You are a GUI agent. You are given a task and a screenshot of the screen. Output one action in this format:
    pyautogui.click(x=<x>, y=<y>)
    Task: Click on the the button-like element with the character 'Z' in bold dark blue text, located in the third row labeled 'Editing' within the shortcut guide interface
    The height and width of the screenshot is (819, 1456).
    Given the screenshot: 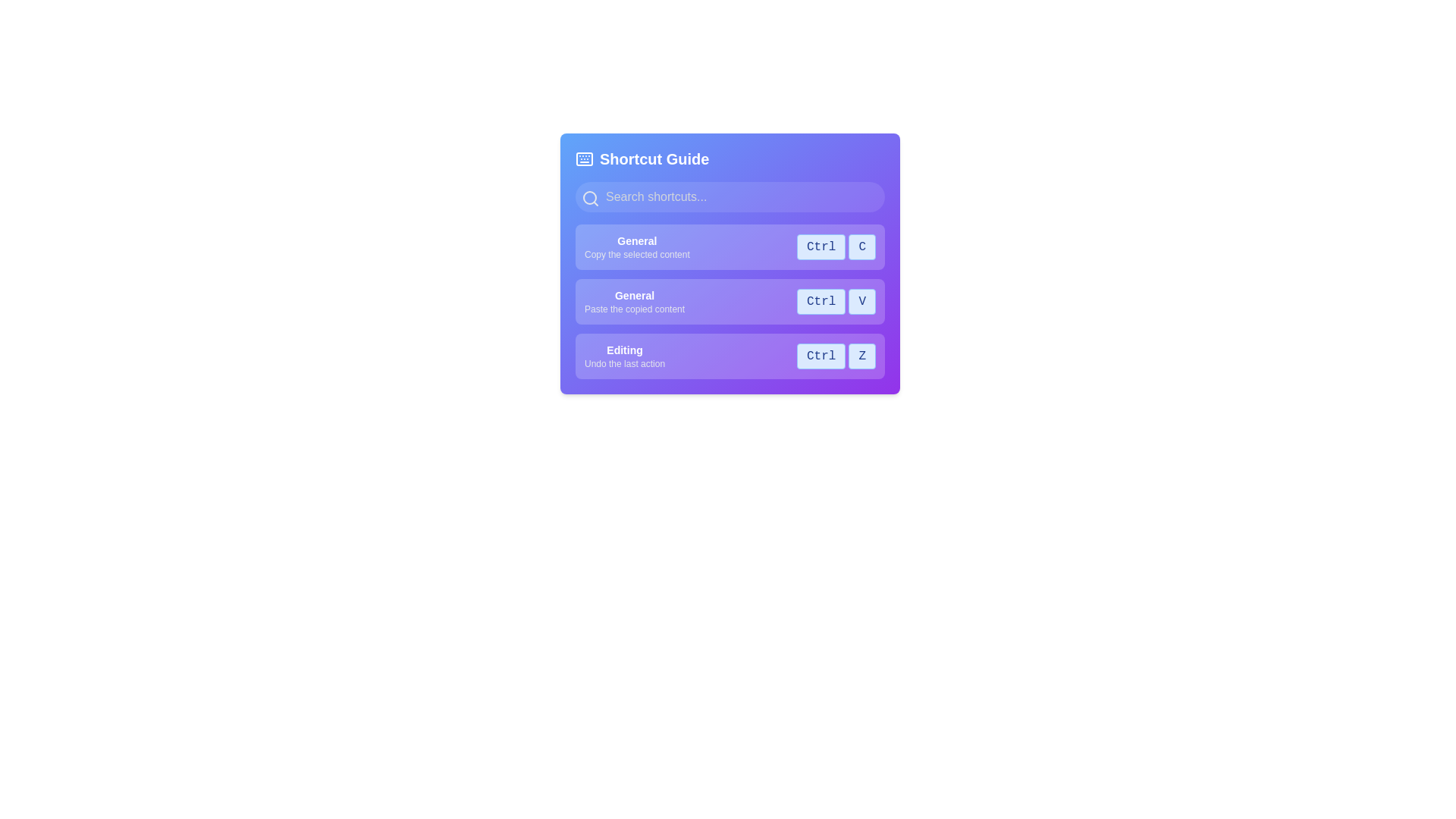 What is the action you would take?
    pyautogui.click(x=862, y=356)
    